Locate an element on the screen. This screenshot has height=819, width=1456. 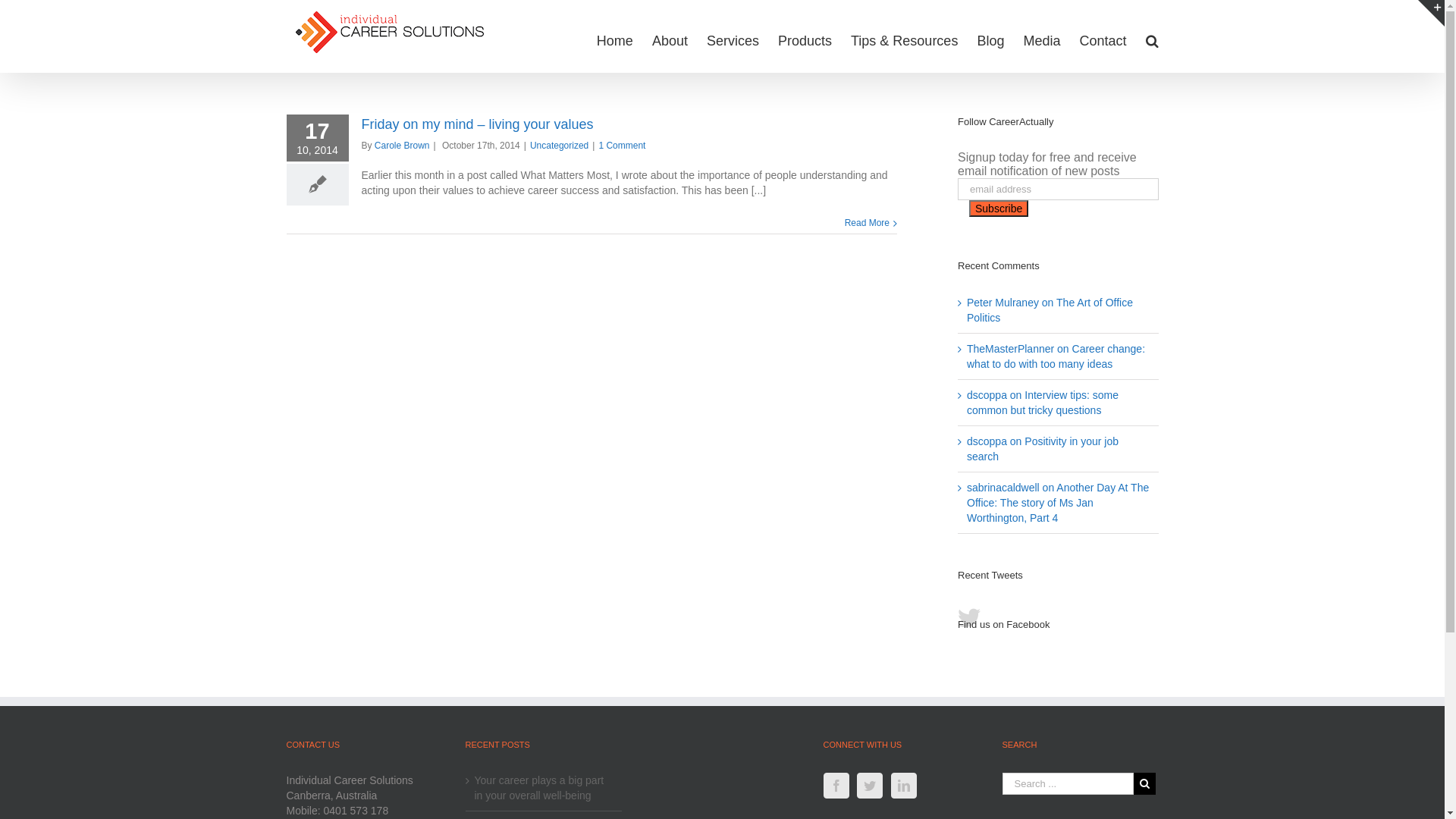
'Career change: what to do with too many ideas' is located at coordinates (1055, 356).